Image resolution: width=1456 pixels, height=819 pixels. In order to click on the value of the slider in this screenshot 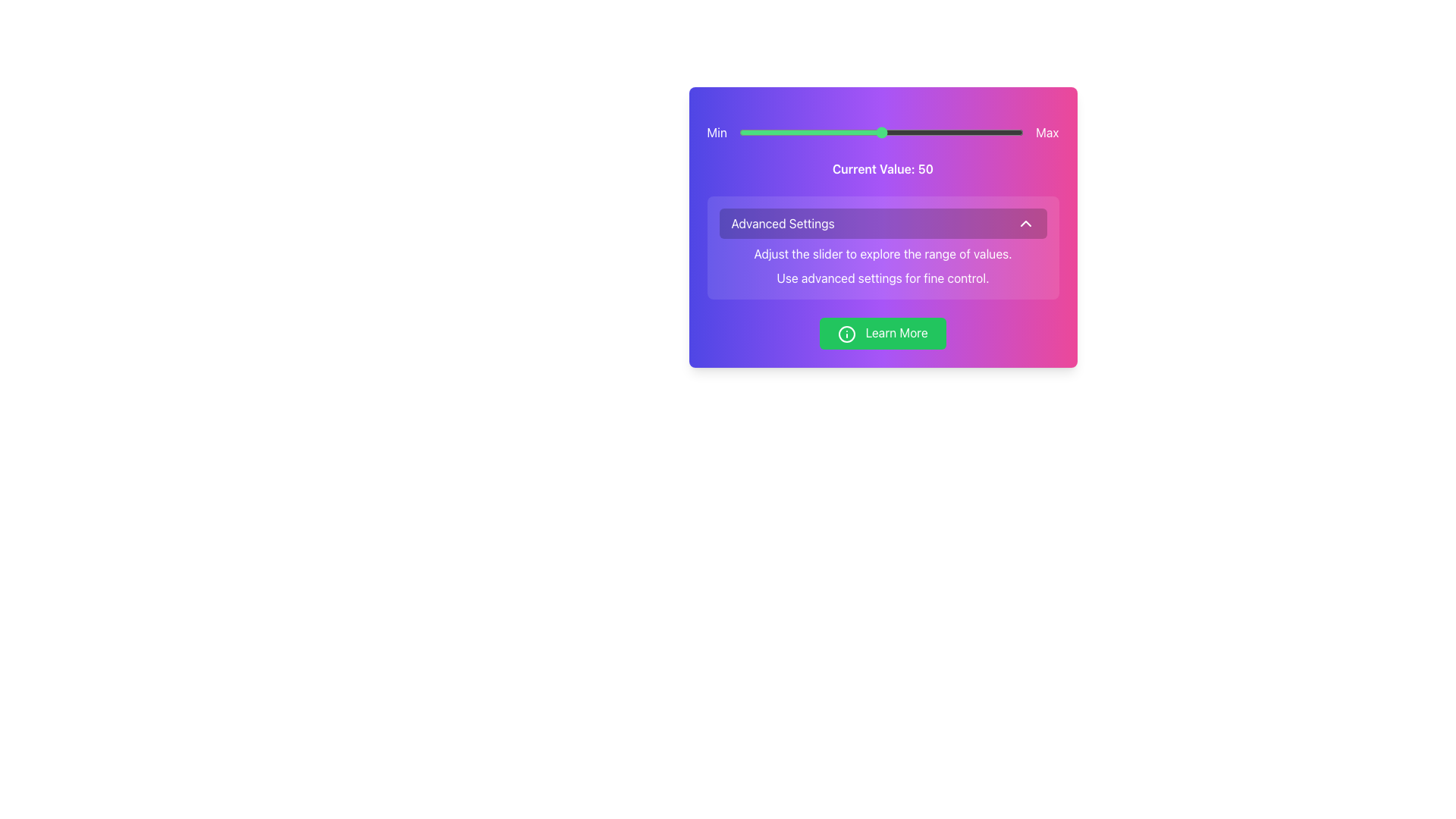, I will do `click(878, 131)`.